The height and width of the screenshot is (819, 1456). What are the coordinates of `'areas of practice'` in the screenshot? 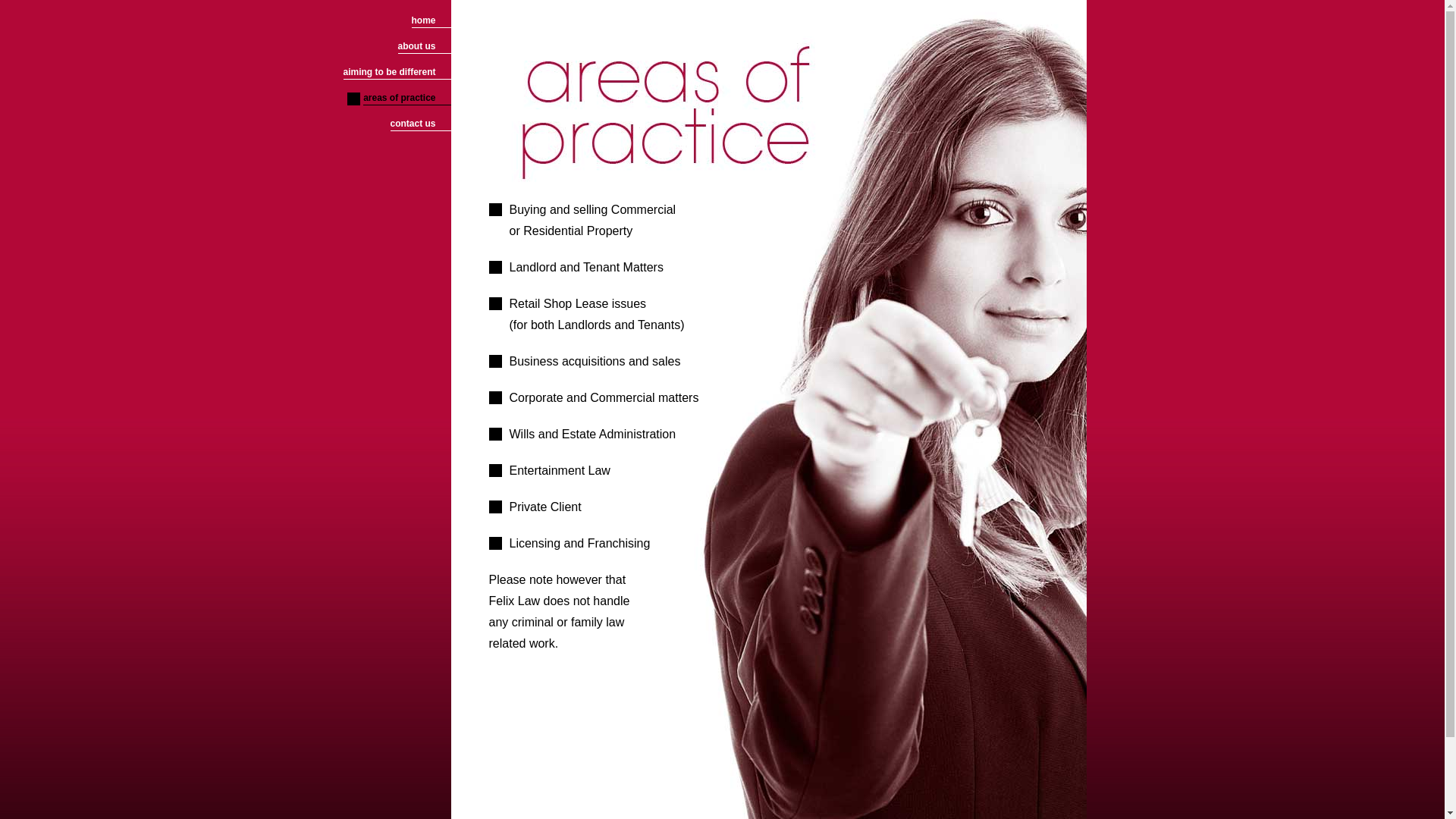 It's located at (406, 99).